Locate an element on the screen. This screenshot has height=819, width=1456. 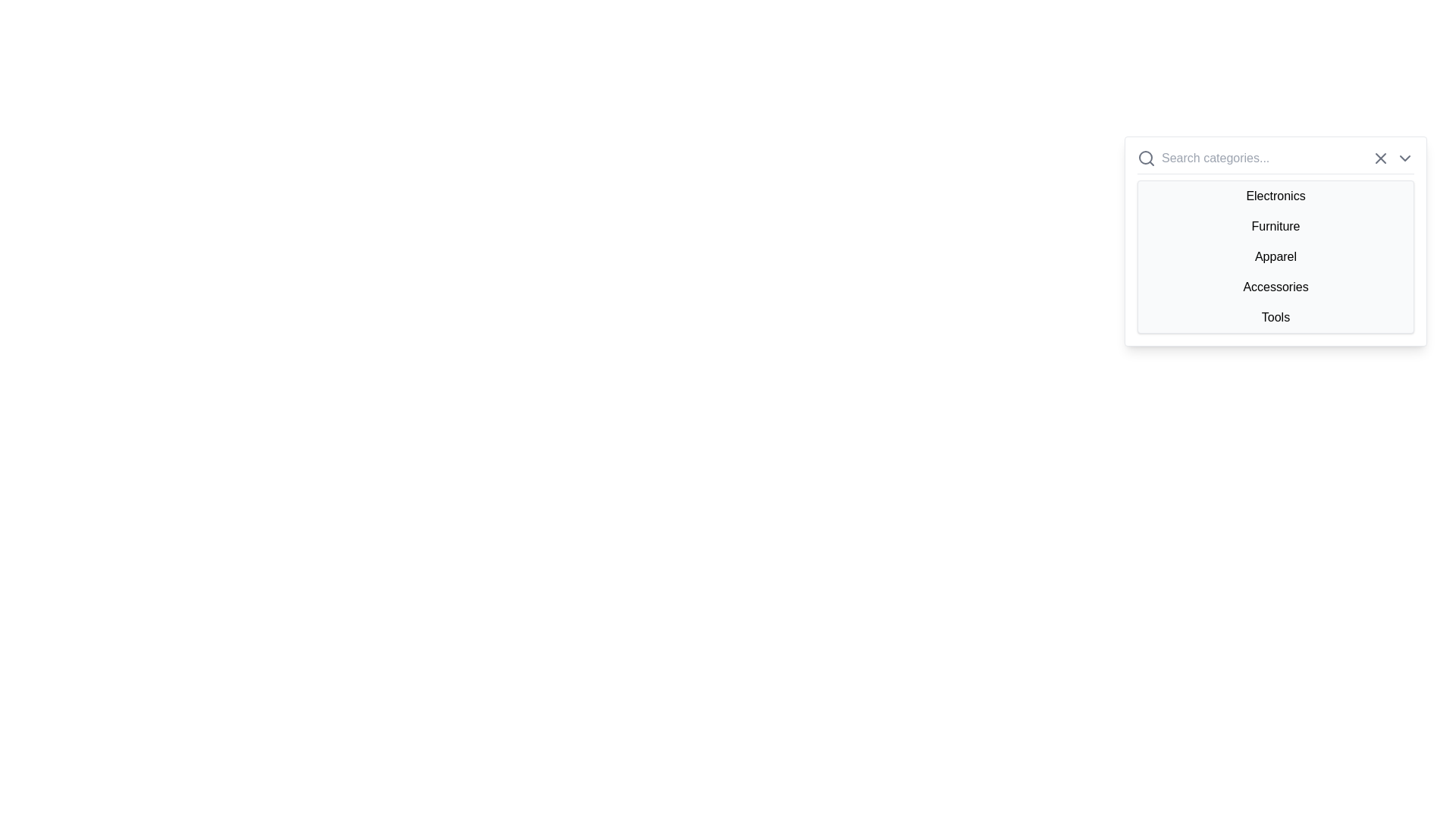
the 'Electronics' menu item, which is the first selectable option in the dropdown menu is located at coordinates (1275, 195).